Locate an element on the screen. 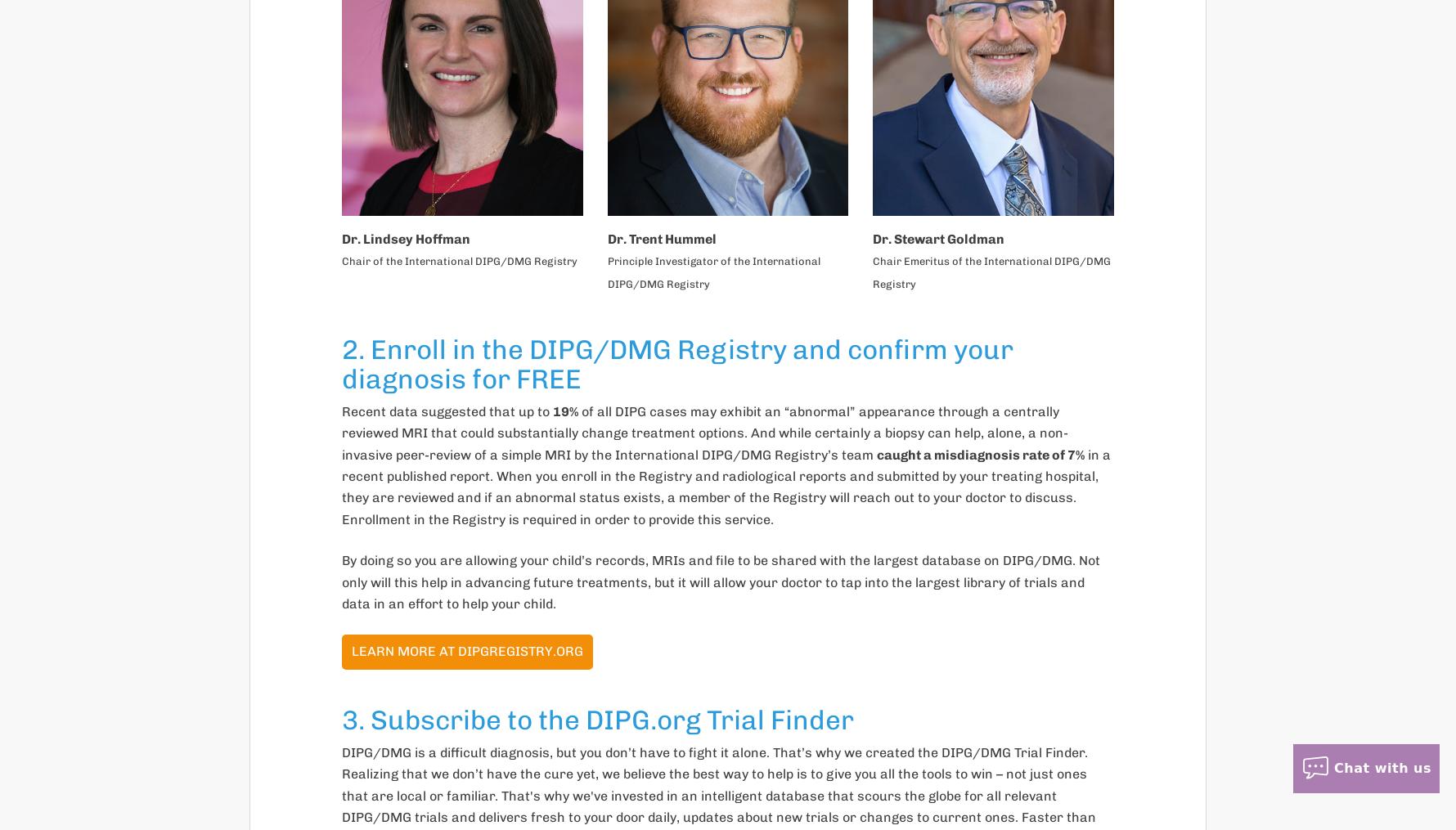 Image resolution: width=1456 pixels, height=830 pixels. 'caught a misdiagnosis rate of 7%' is located at coordinates (981, 454).